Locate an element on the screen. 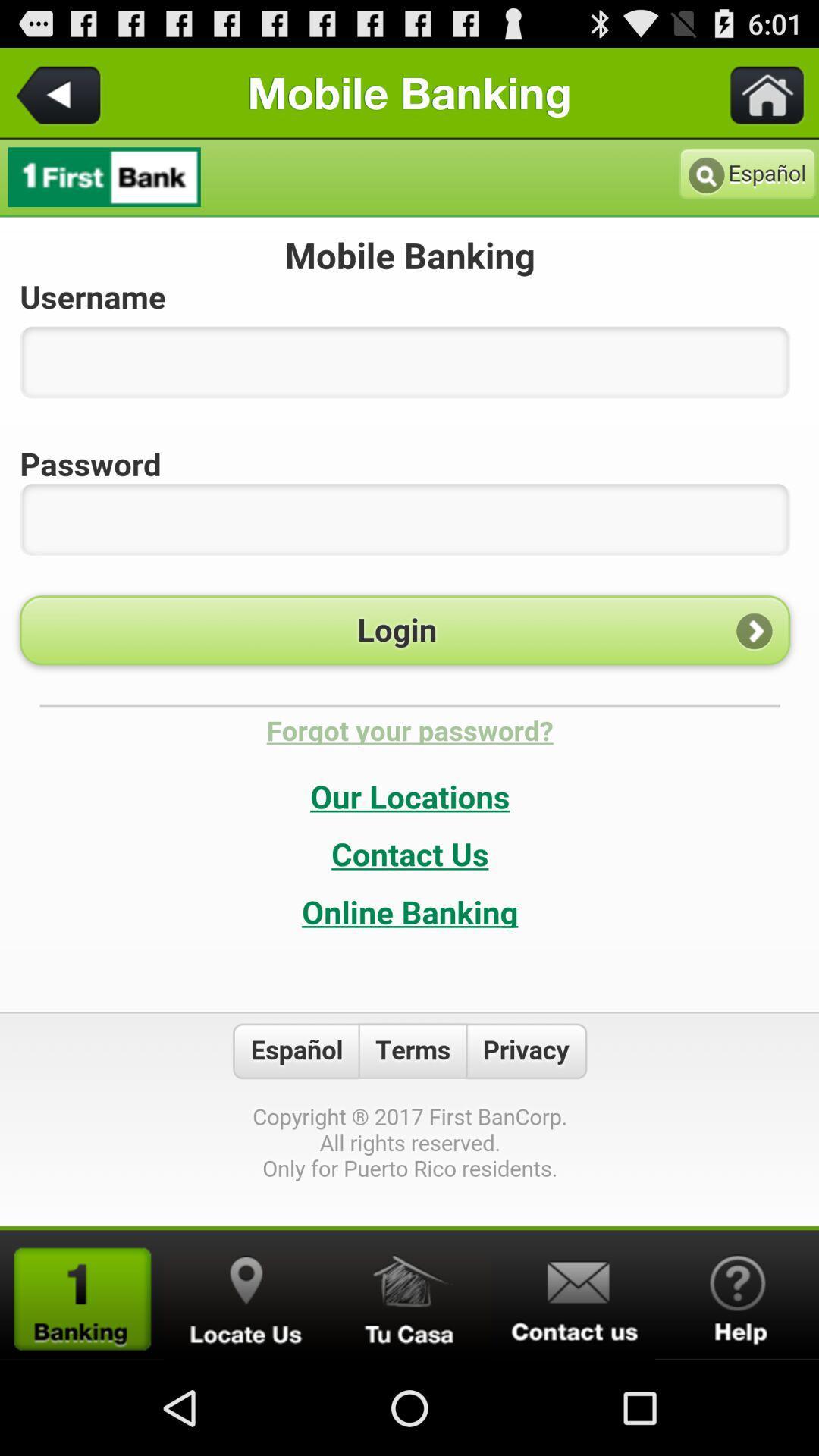 Image resolution: width=819 pixels, height=1456 pixels. open new area is located at coordinates (82, 1294).